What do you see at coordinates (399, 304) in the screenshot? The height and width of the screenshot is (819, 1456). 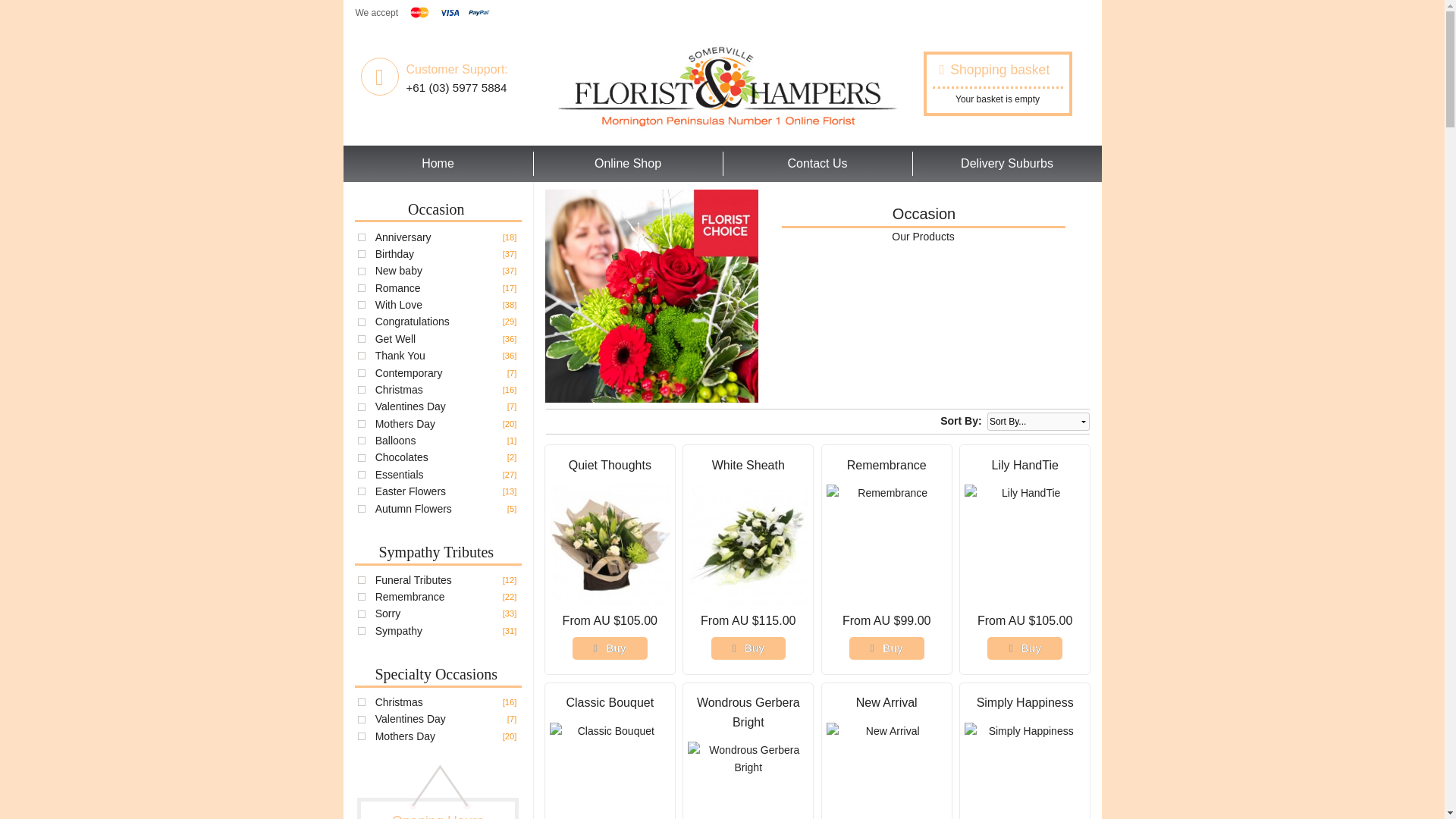 I see `'With Love` at bounding box center [399, 304].